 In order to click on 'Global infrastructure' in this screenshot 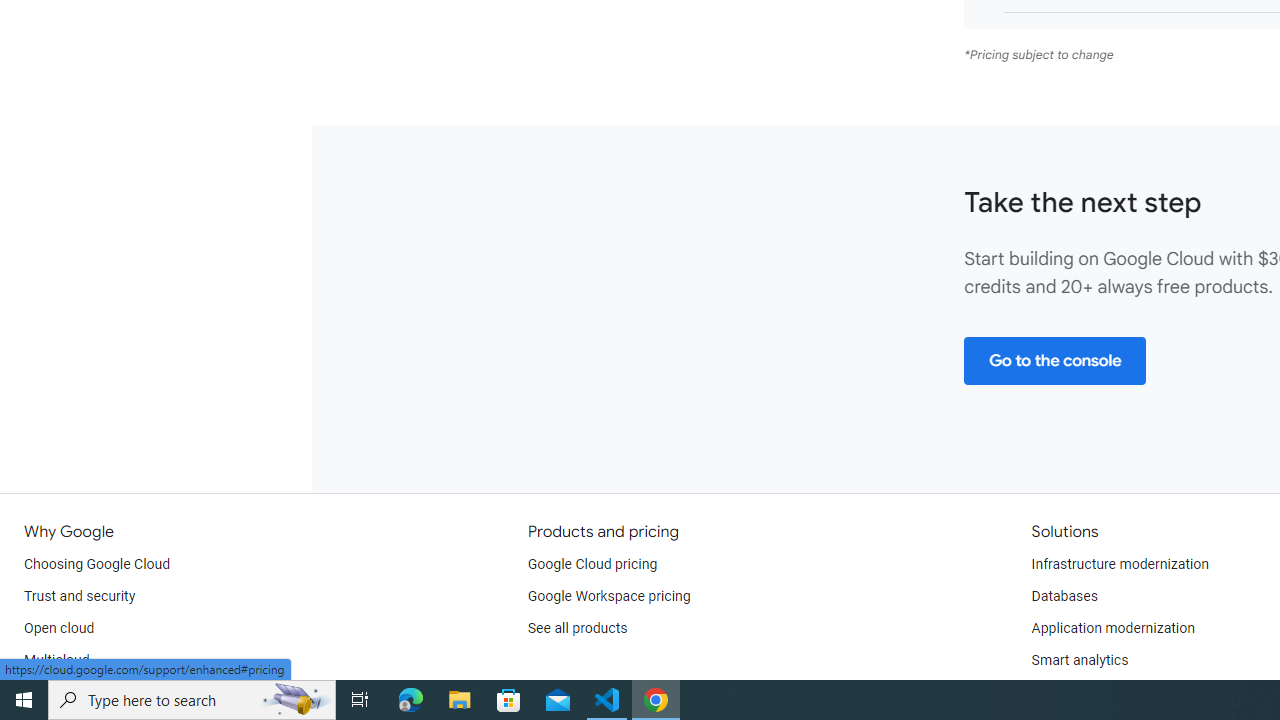, I will do `click(87, 691)`.